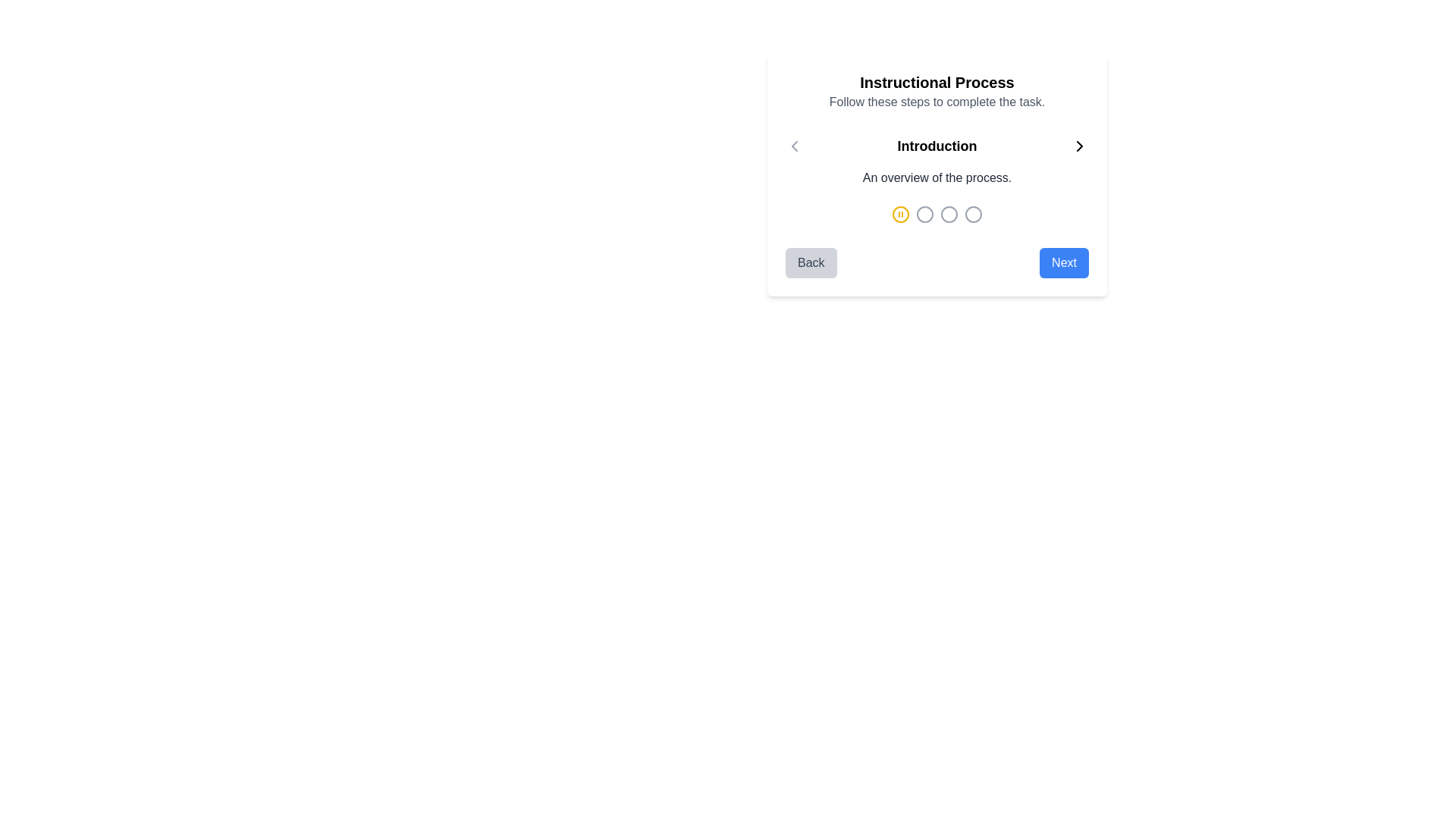  Describe the element at coordinates (924, 214) in the screenshot. I see `the third circular icon in the horizontally aligned group of icons, which serves as a selection option or indicator` at that location.